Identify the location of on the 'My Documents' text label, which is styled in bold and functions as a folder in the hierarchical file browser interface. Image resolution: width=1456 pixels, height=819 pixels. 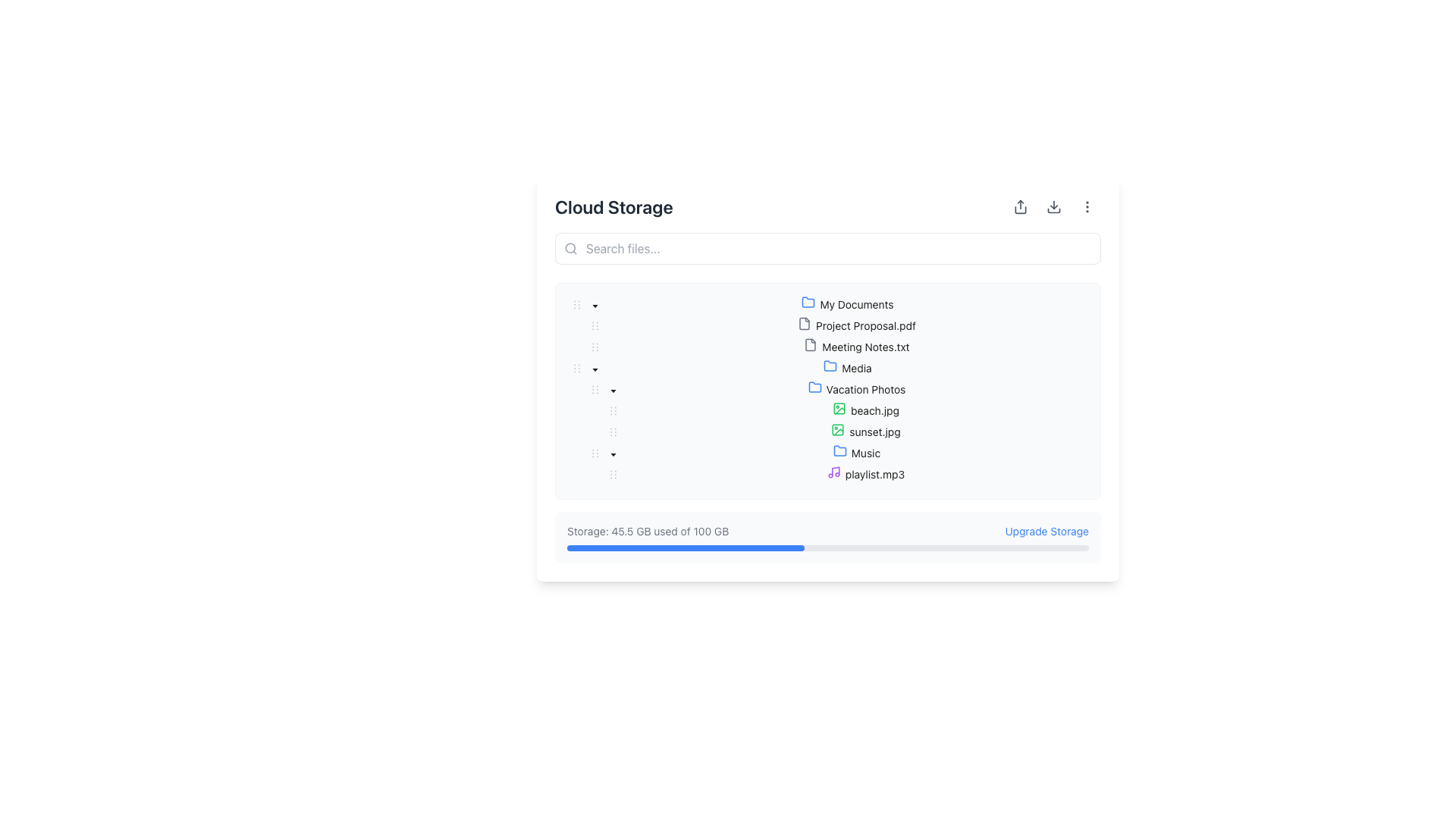
(856, 304).